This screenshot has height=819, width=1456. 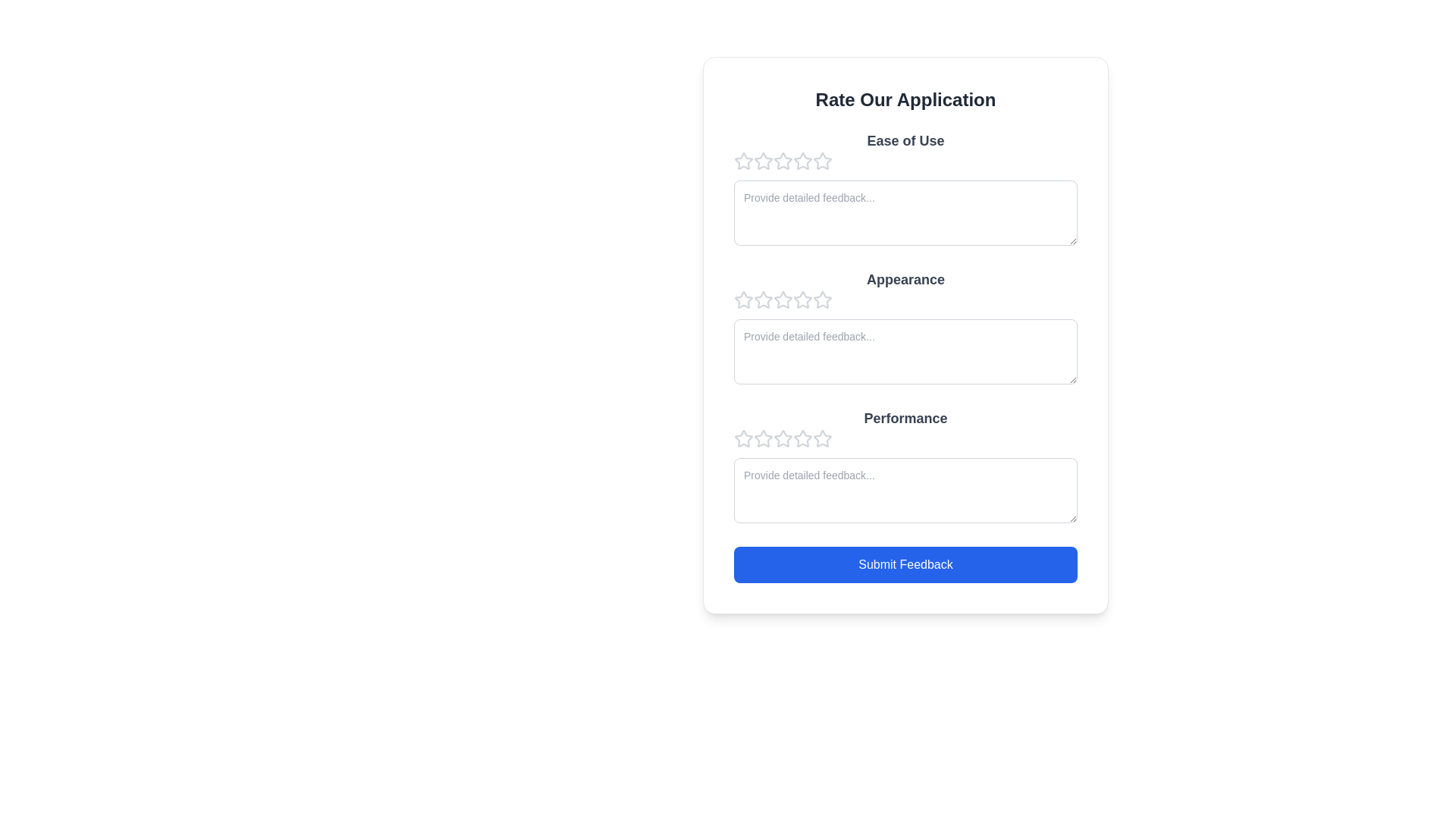 I want to click on the second star icon in the 'Appearance' rating component, so click(x=783, y=299).